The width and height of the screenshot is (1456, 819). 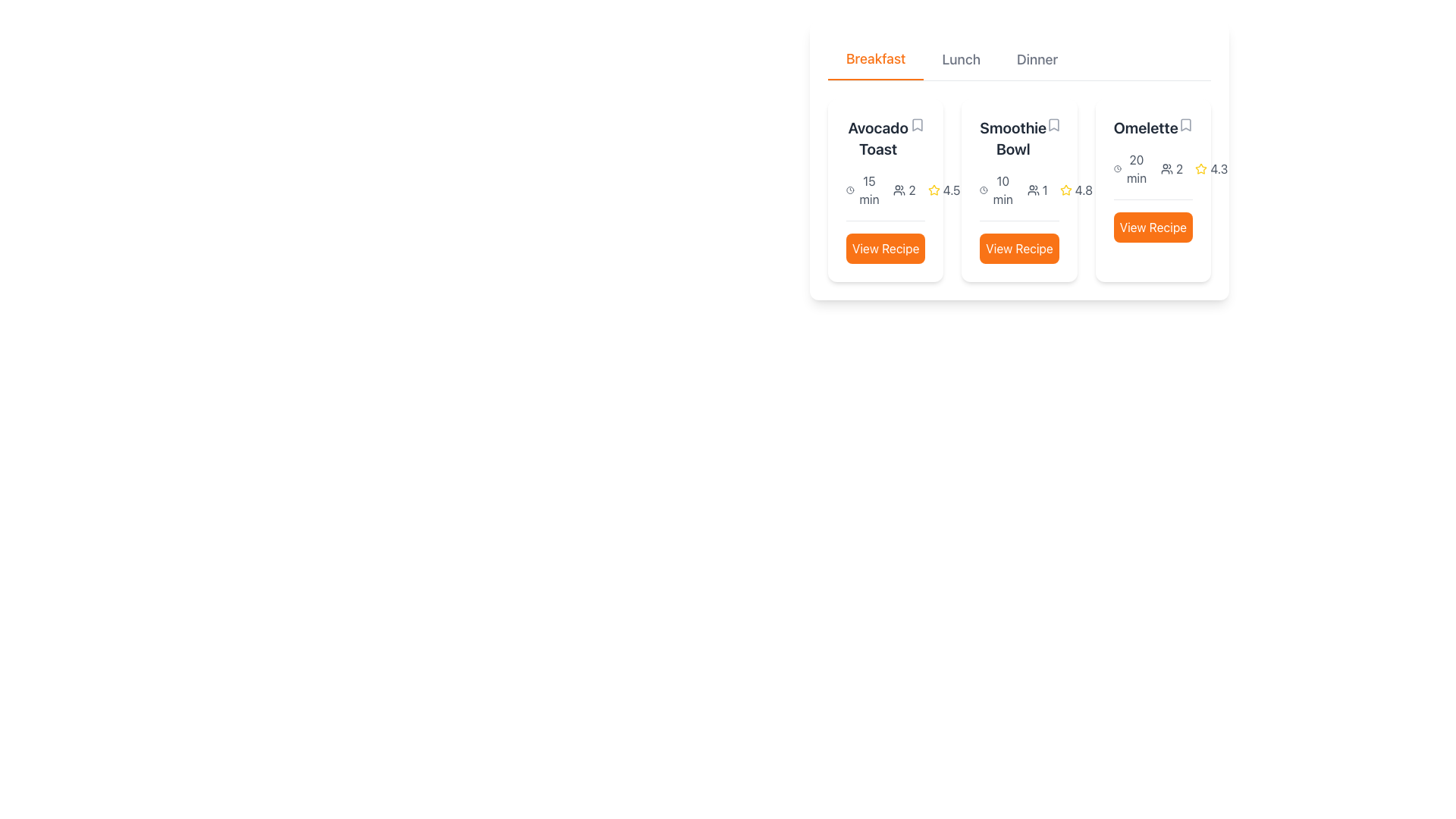 I want to click on the Informative Label with Icon displaying '15 min' and a clock icon, located in the leftmost card under the 'Breakfast' section, below 'Avocado Toast' and above the 'View Recipe' button, so click(x=864, y=189).